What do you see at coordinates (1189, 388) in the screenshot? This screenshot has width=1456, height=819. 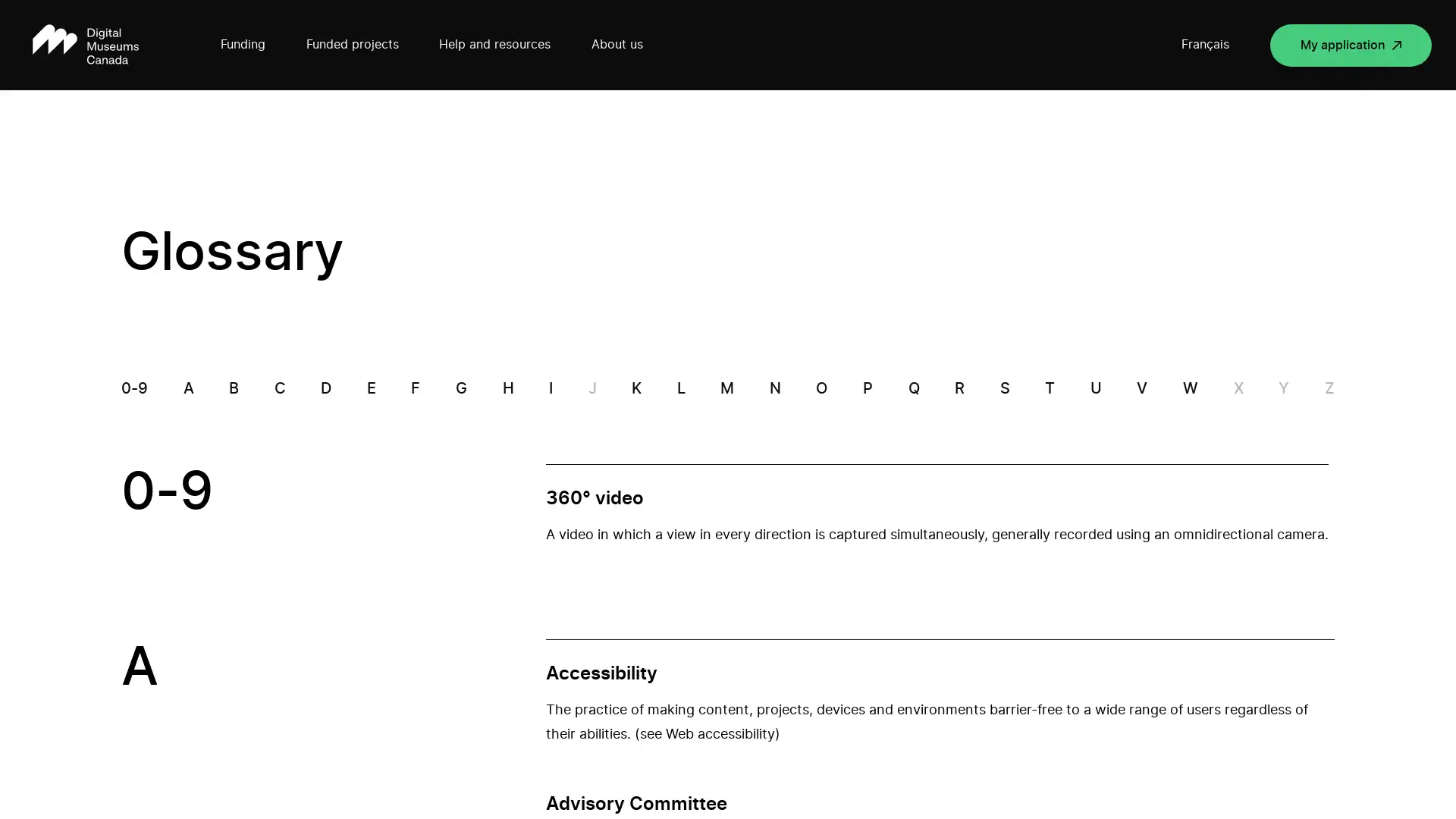 I see `W` at bounding box center [1189, 388].